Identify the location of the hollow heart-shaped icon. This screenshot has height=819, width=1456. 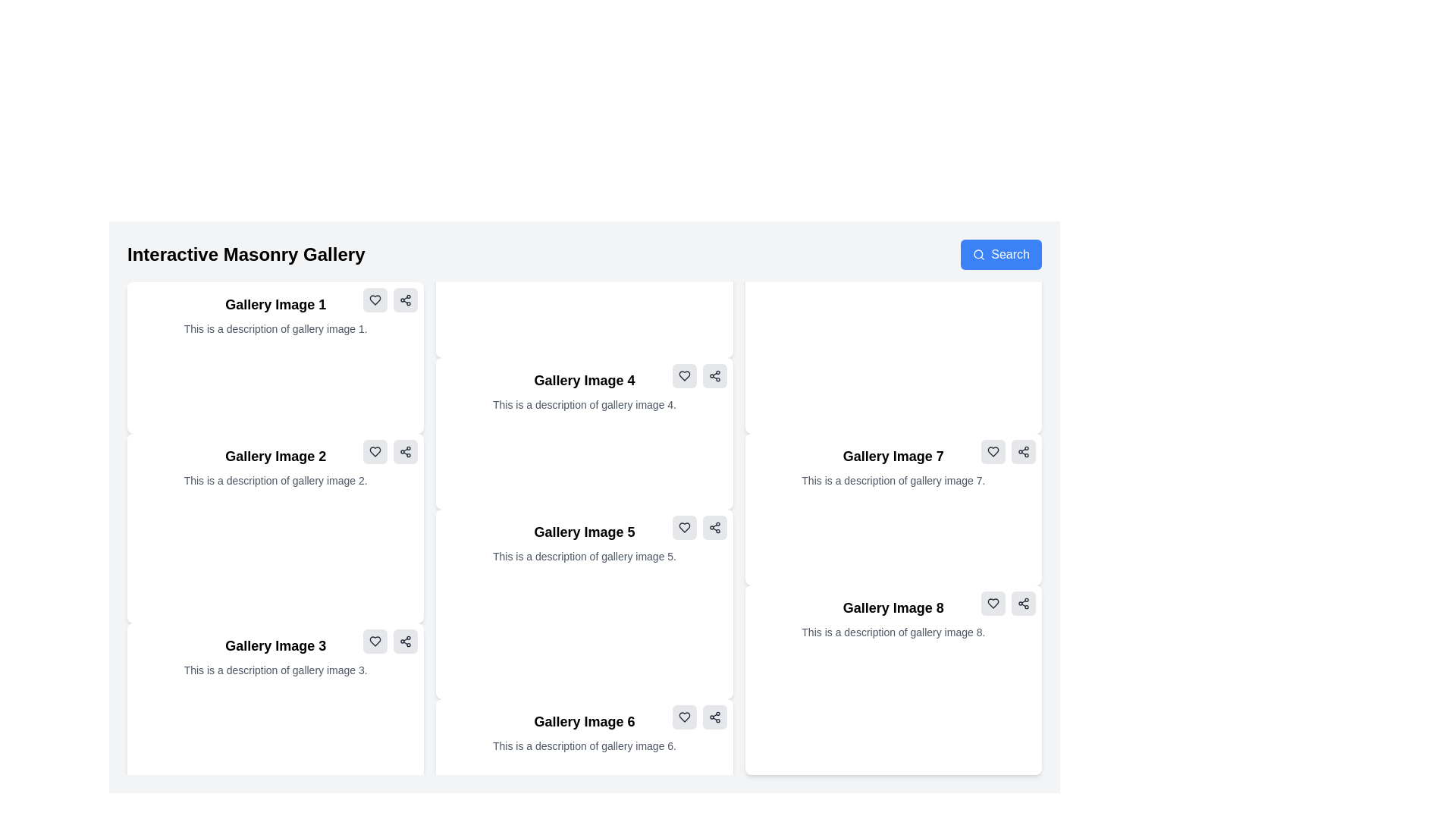
(375, 641).